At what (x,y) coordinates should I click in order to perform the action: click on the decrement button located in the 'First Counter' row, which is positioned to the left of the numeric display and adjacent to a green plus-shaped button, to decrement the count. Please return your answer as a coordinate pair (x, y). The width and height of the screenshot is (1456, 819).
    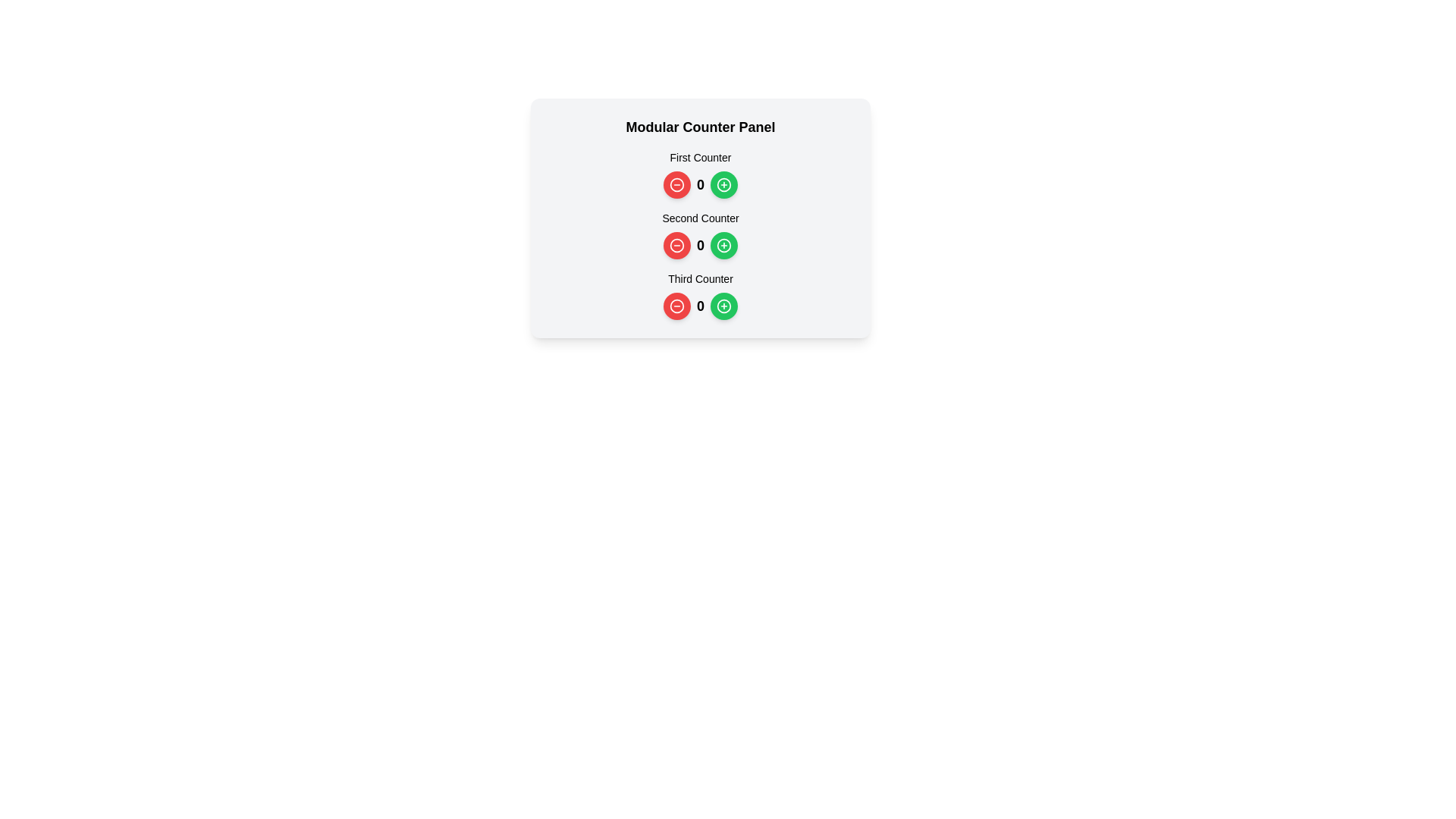
    Looking at the image, I should click on (676, 184).